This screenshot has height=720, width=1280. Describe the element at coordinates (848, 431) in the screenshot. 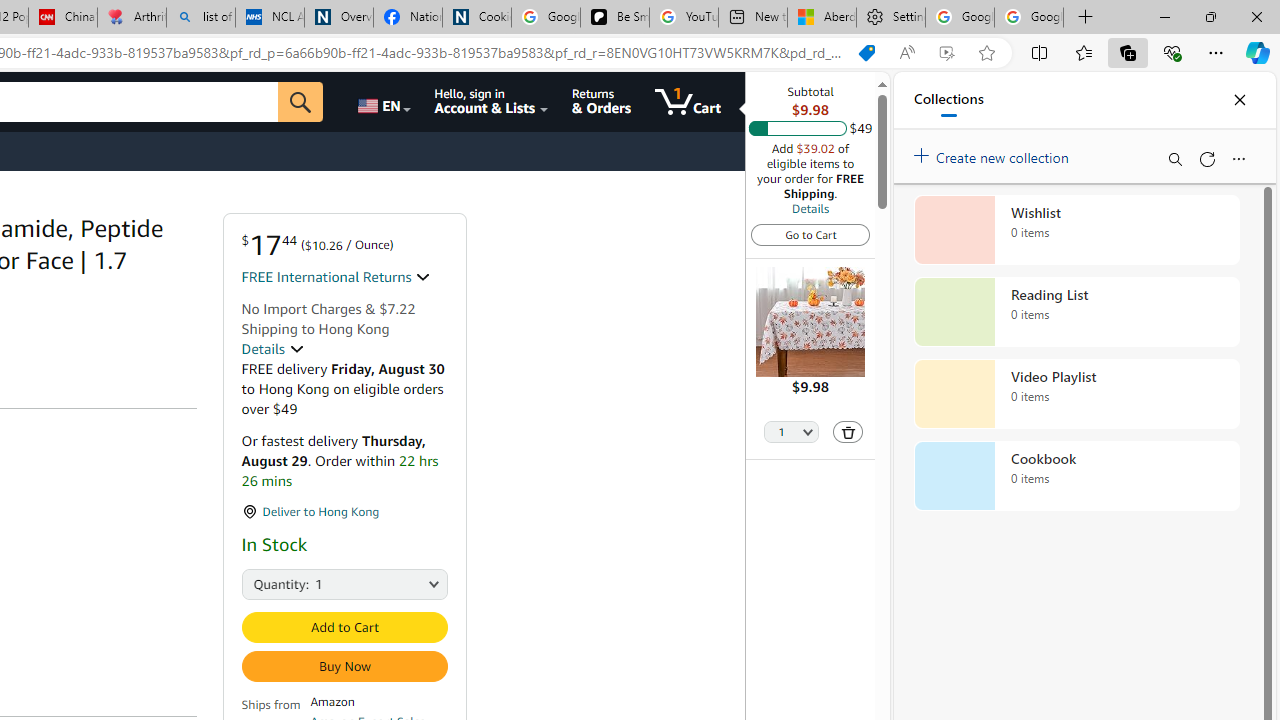

I see `'Delete'` at that location.